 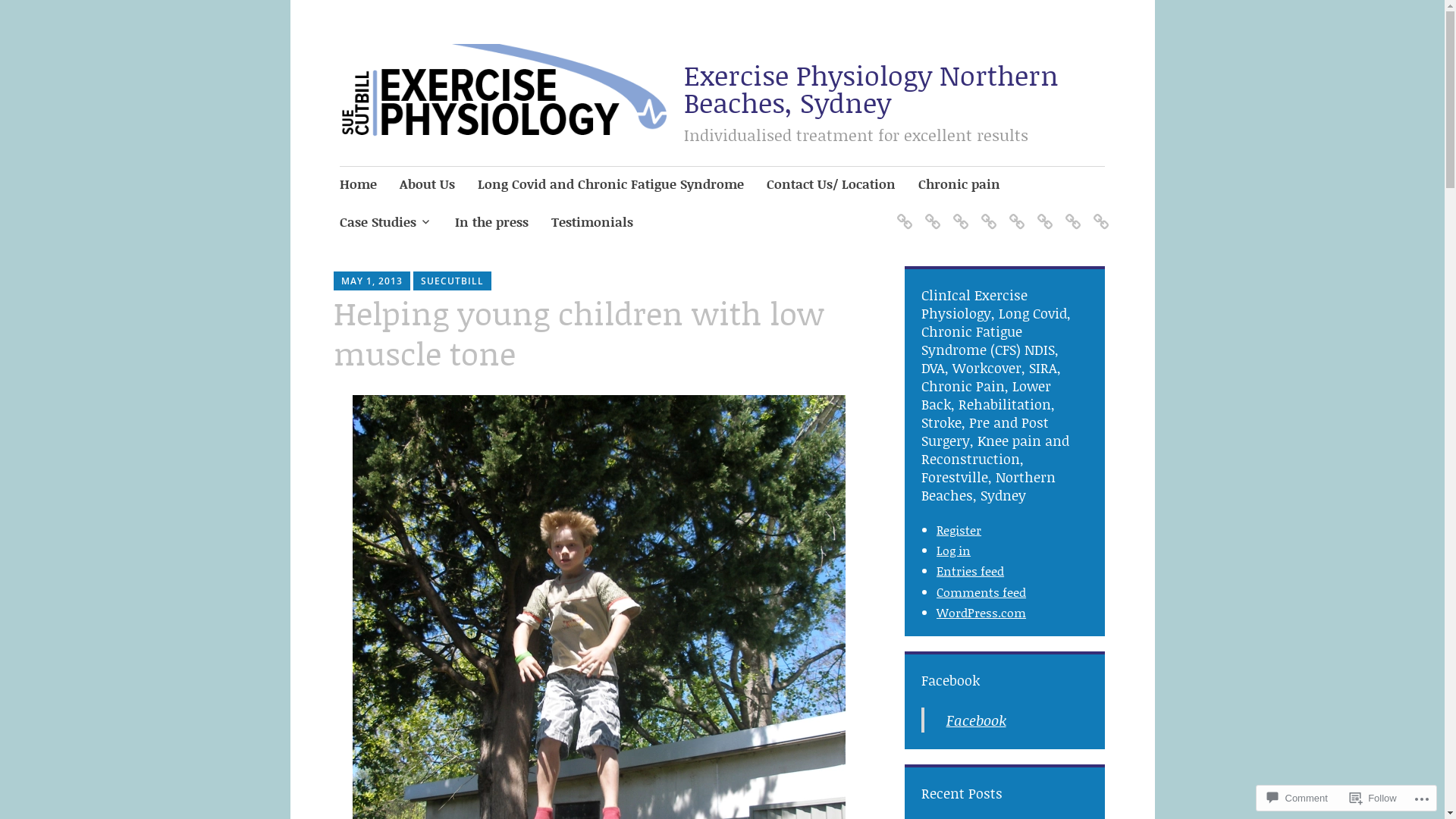 What do you see at coordinates (372, 281) in the screenshot?
I see `'MAY 1, 2013'` at bounding box center [372, 281].